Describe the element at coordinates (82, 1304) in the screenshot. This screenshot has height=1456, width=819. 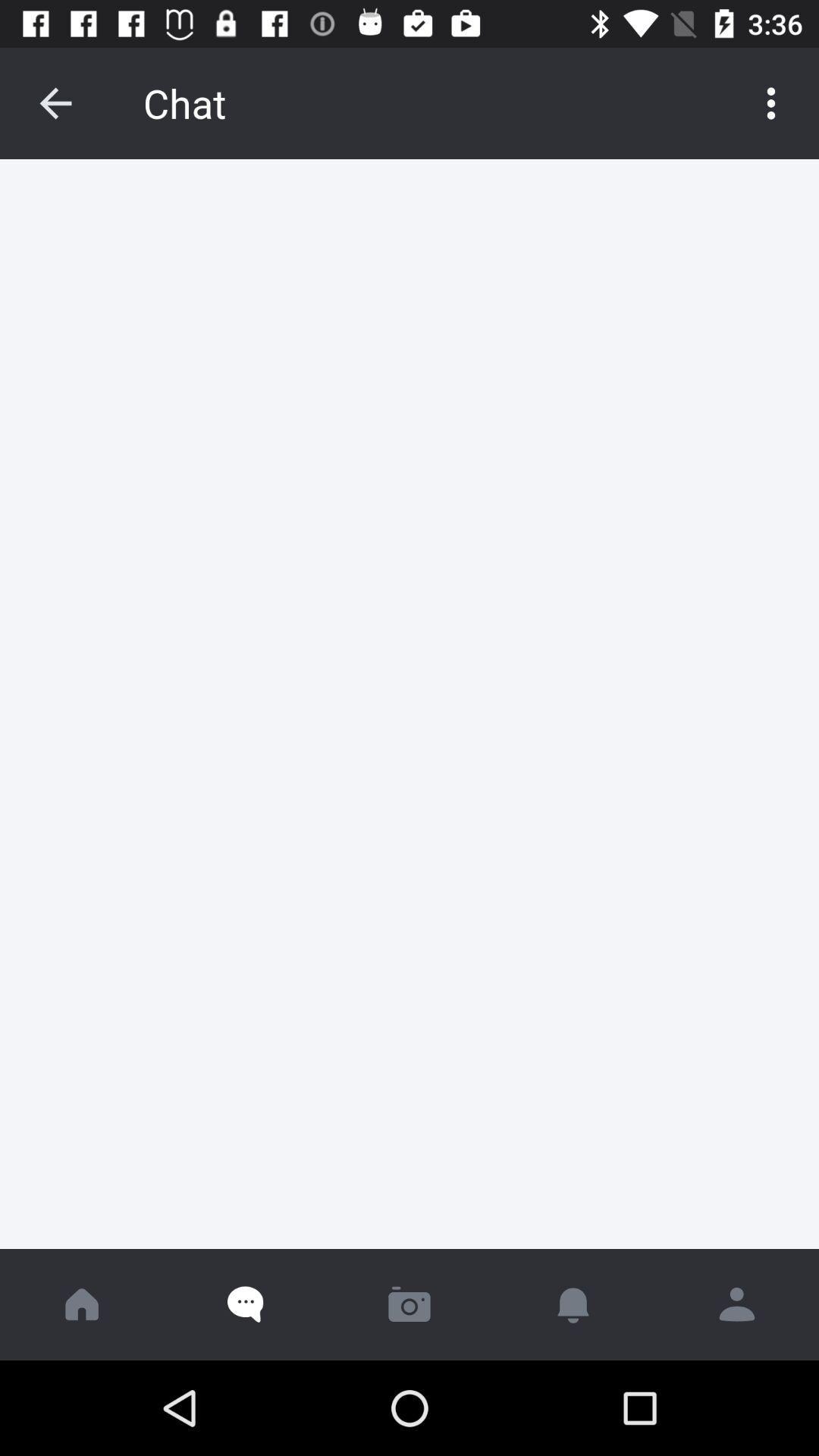
I see `the home icon` at that location.